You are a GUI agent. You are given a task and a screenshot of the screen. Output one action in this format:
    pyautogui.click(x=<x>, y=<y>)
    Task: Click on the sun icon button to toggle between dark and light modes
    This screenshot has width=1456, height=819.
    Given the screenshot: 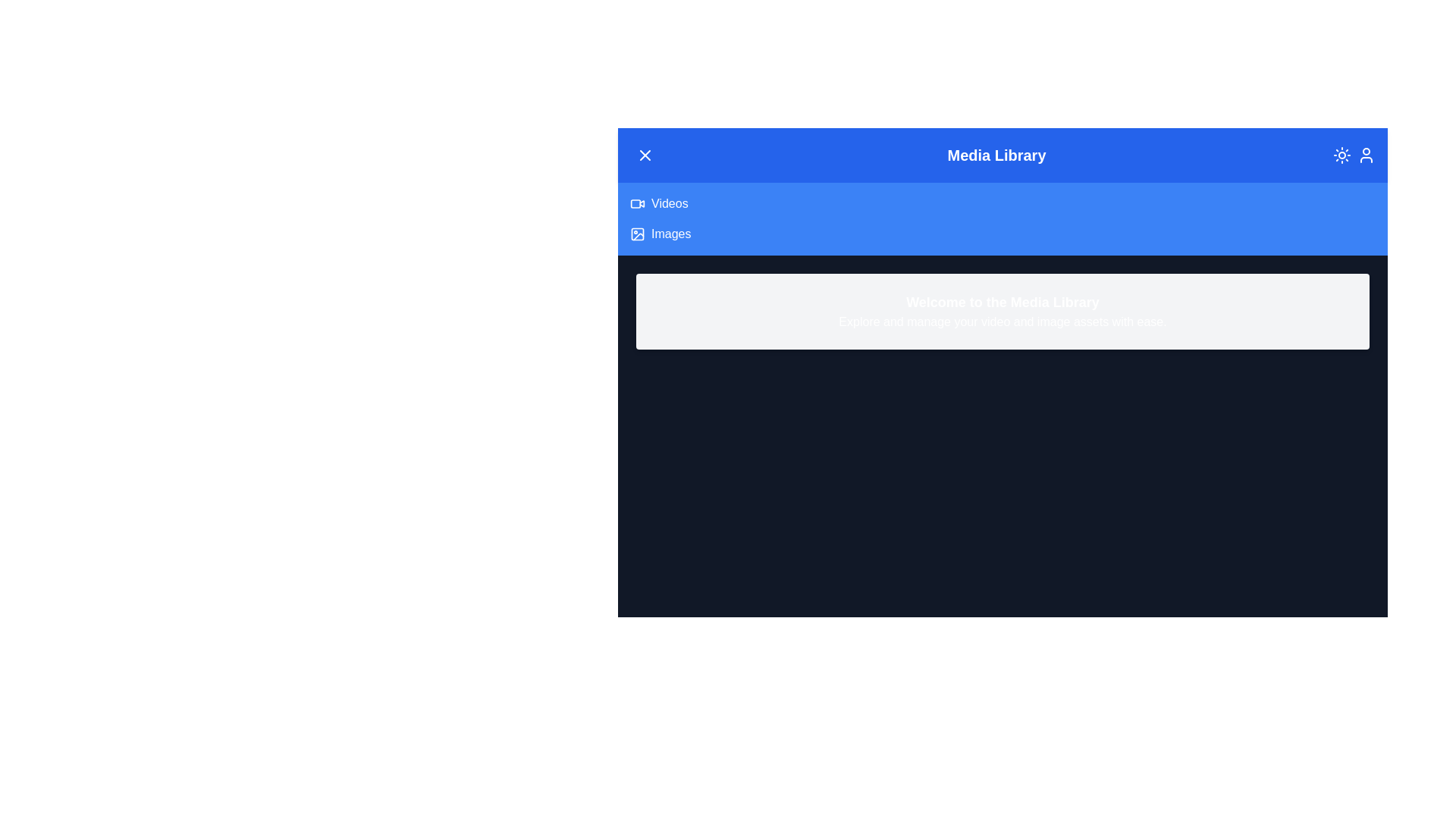 What is the action you would take?
    pyautogui.click(x=1342, y=155)
    